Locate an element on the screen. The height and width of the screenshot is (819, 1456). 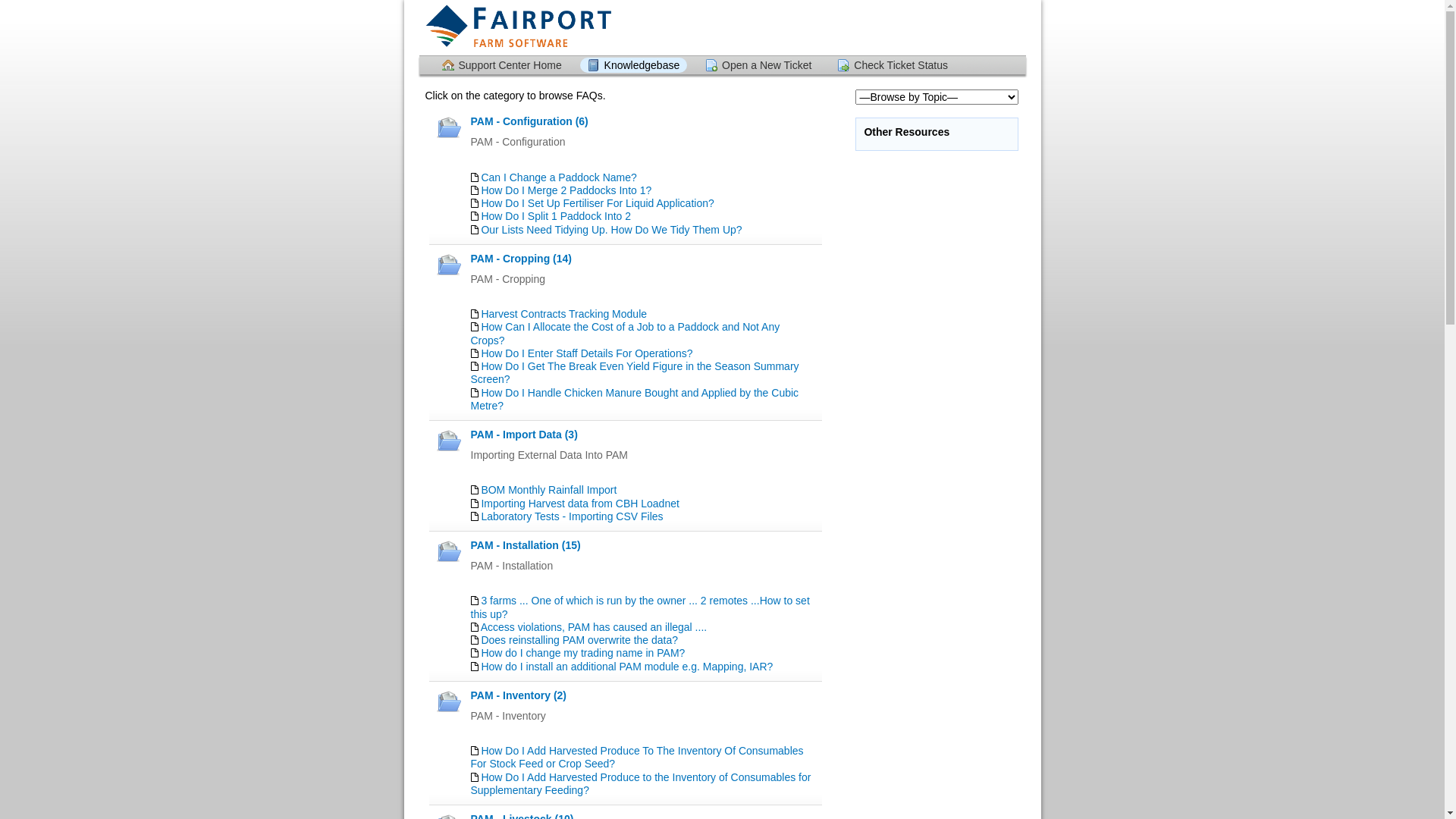
'PAM - Installation (15)' is located at coordinates (525, 544).